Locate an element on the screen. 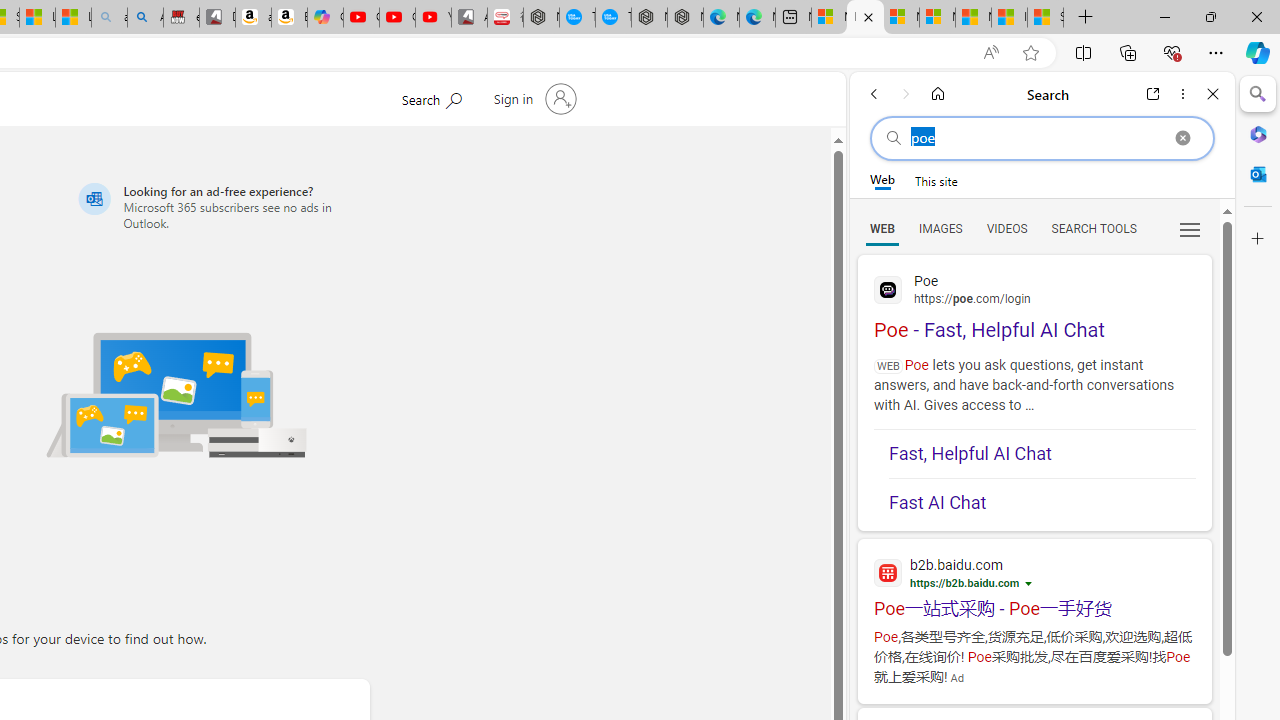 This screenshot has height=720, width=1280. 'Microsoft account | Privacy' is located at coordinates (936, 17).